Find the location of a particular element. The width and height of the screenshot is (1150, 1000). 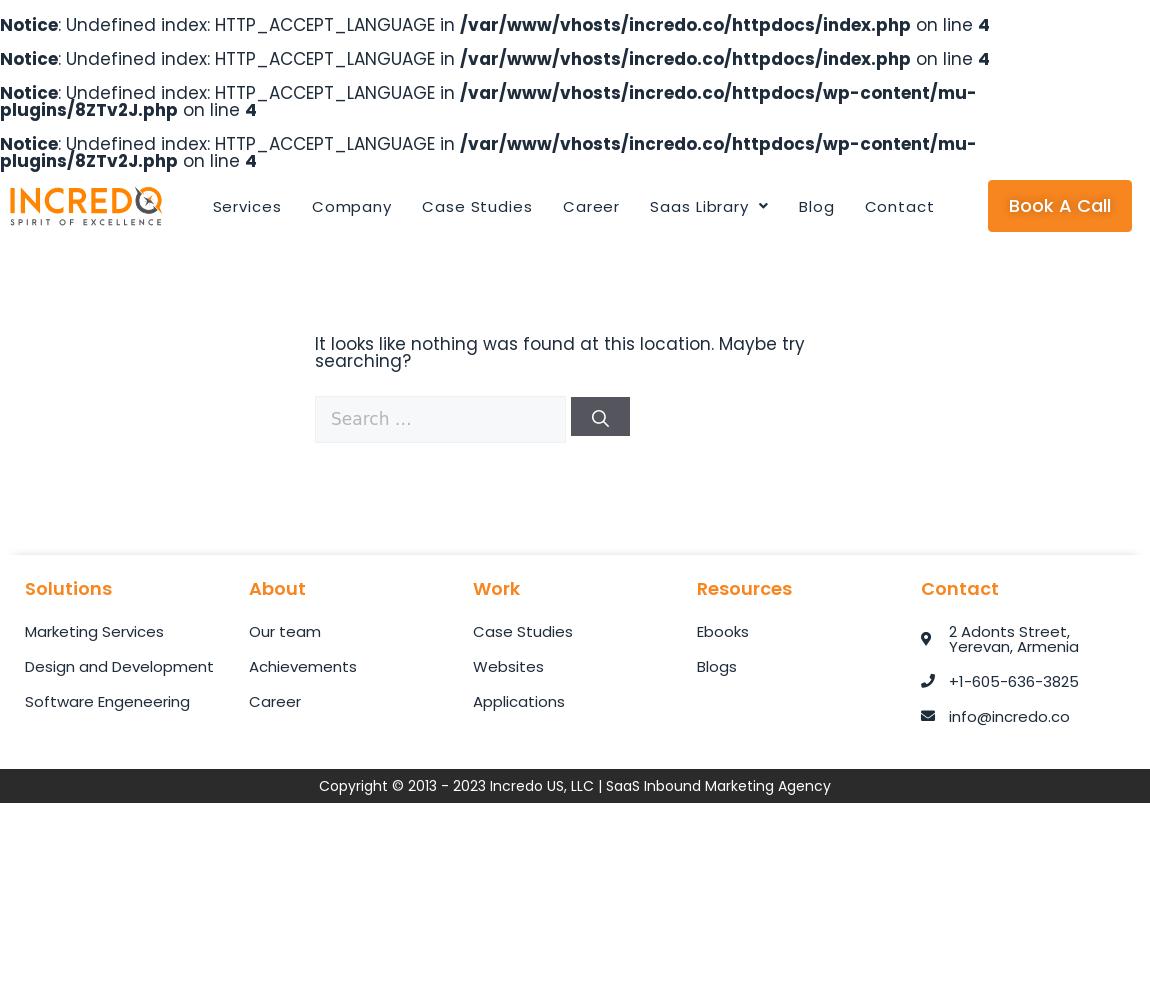

'Saas Library' is located at coordinates (648, 204).